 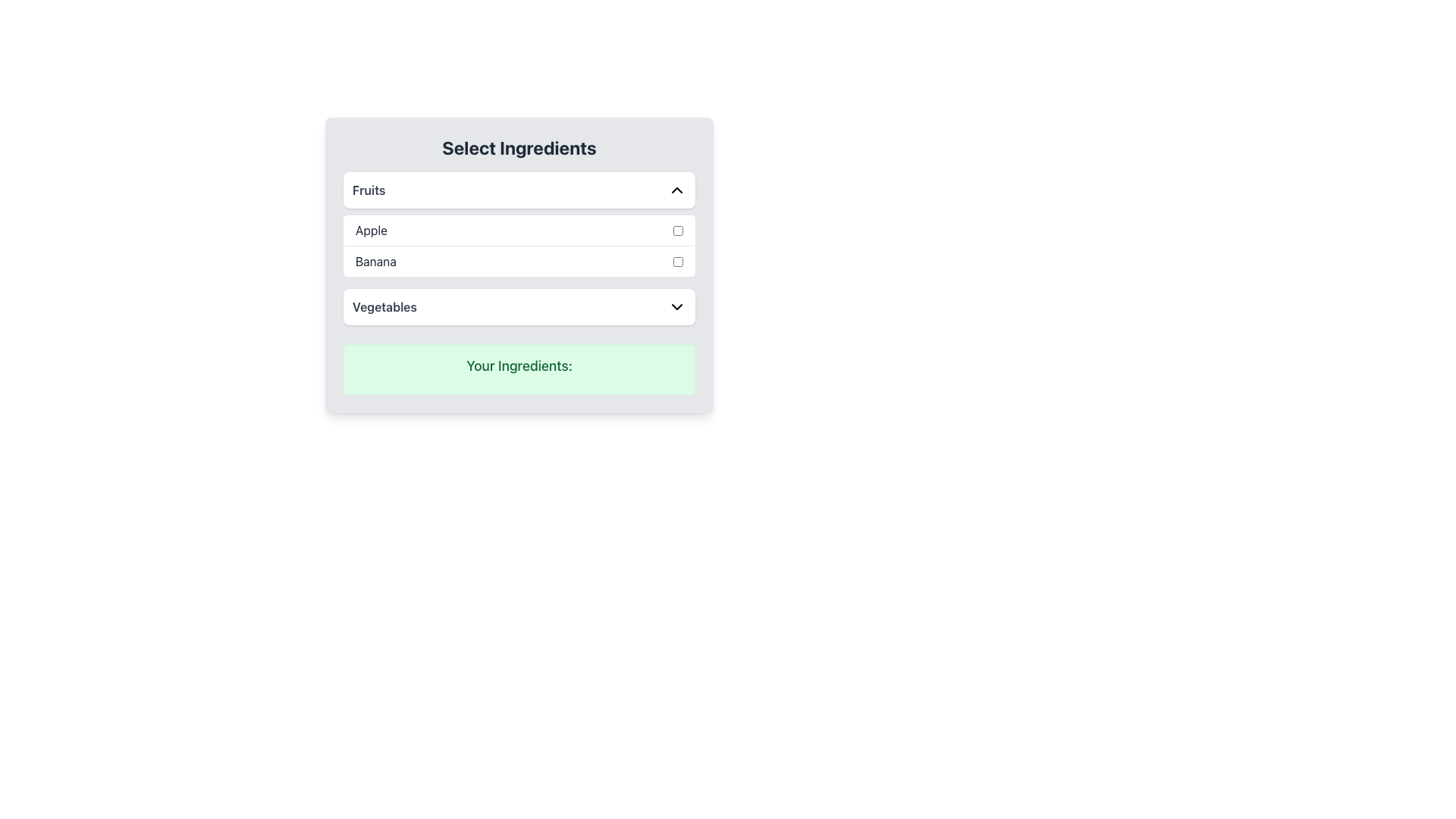 What do you see at coordinates (677, 260) in the screenshot?
I see `the checkbox positioned at the far right of the entry labeled 'Banana'` at bounding box center [677, 260].